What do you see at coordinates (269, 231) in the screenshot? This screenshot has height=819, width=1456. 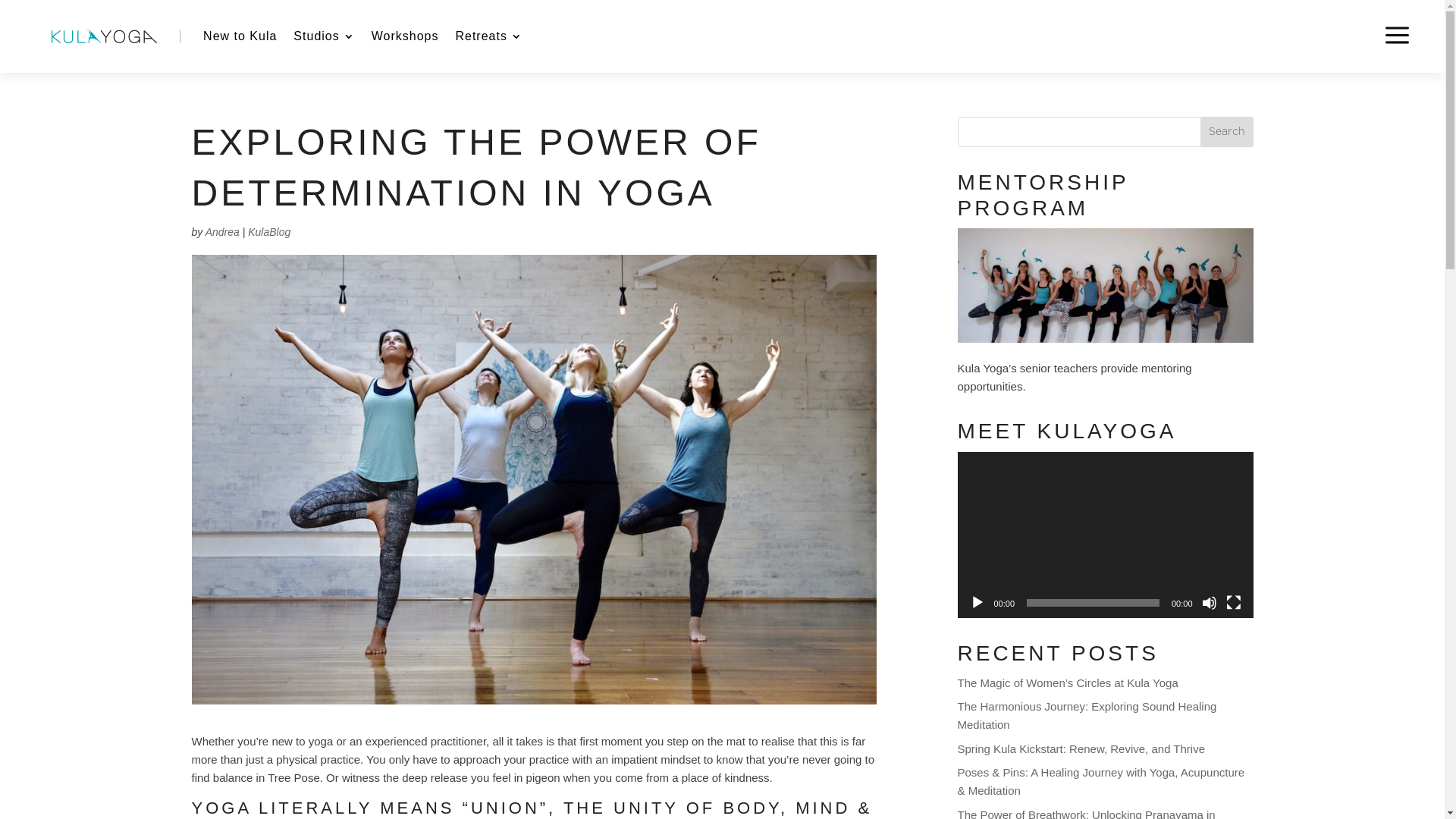 I see `'KulaBlog'` at bounding box center [269, 231].